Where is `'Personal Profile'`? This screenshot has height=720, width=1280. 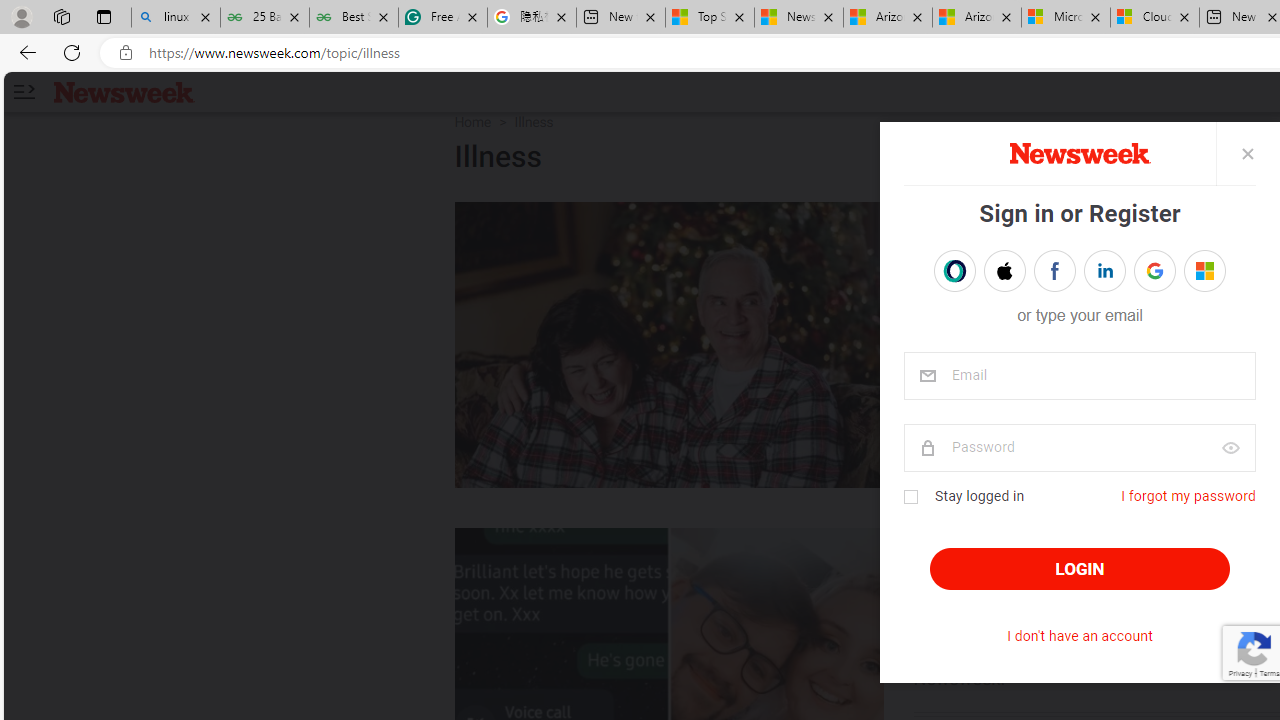
'Personal Profile' is located at coordinates (21, 16).